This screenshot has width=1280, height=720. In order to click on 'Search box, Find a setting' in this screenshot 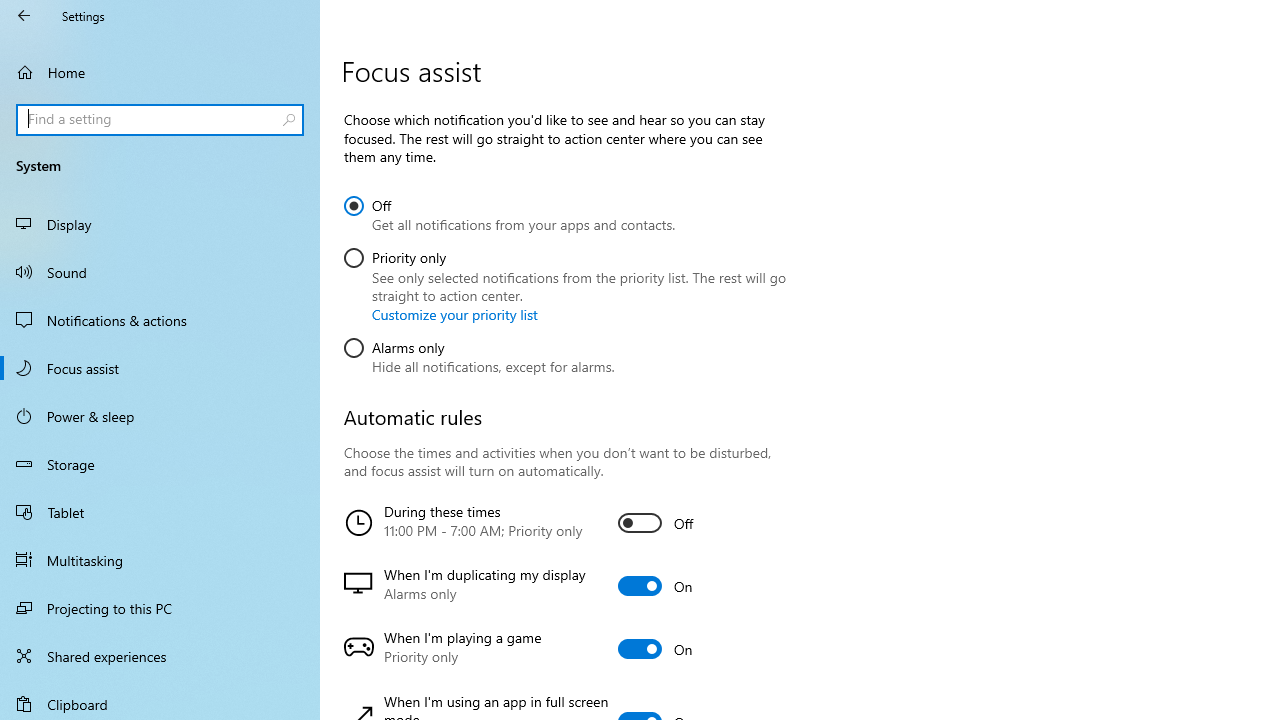, I will do `click(160, 119)`.